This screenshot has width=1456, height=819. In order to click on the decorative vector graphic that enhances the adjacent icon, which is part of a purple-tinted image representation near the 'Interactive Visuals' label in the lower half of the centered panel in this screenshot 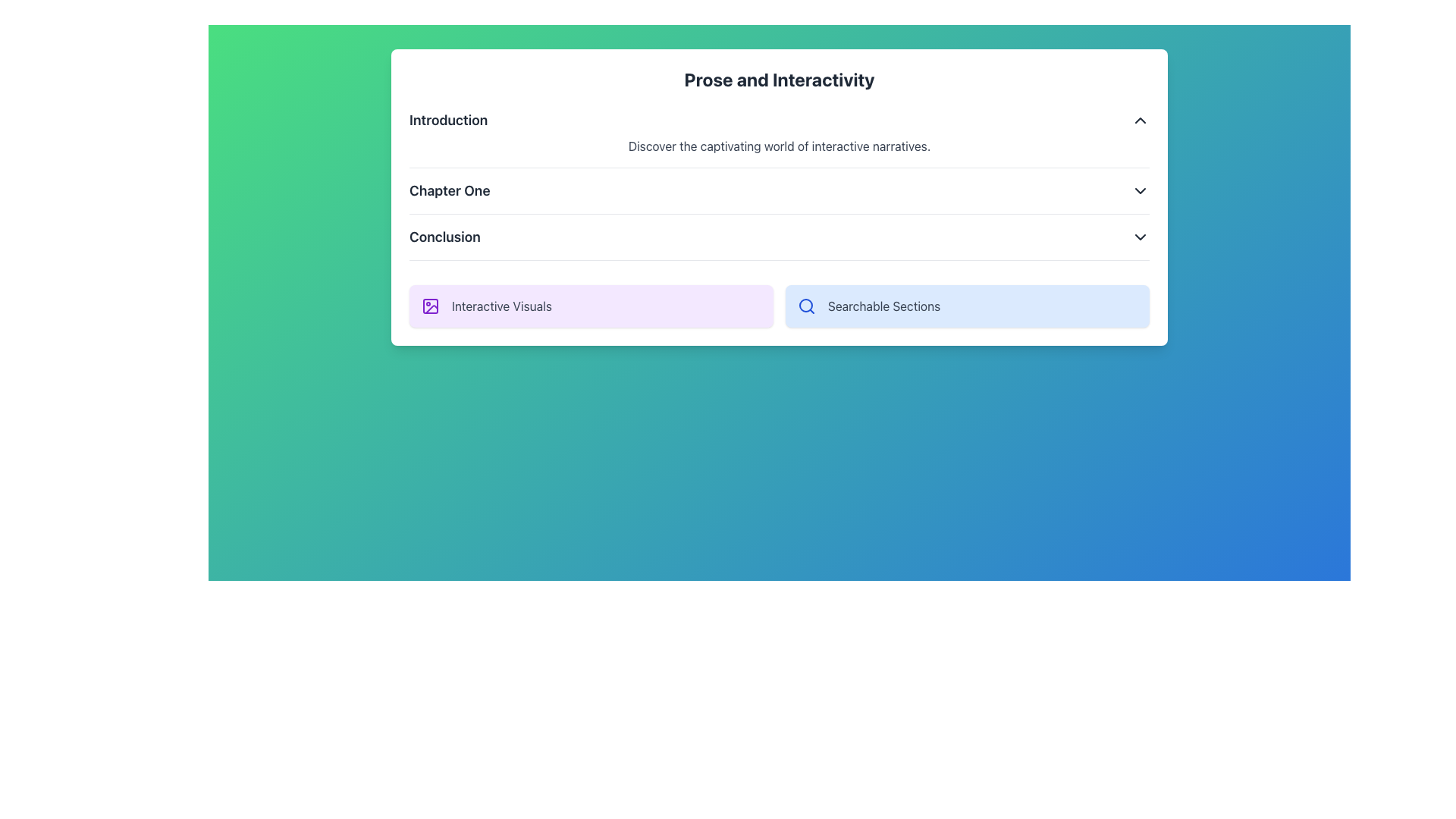, I will do `click(429, 306)`.